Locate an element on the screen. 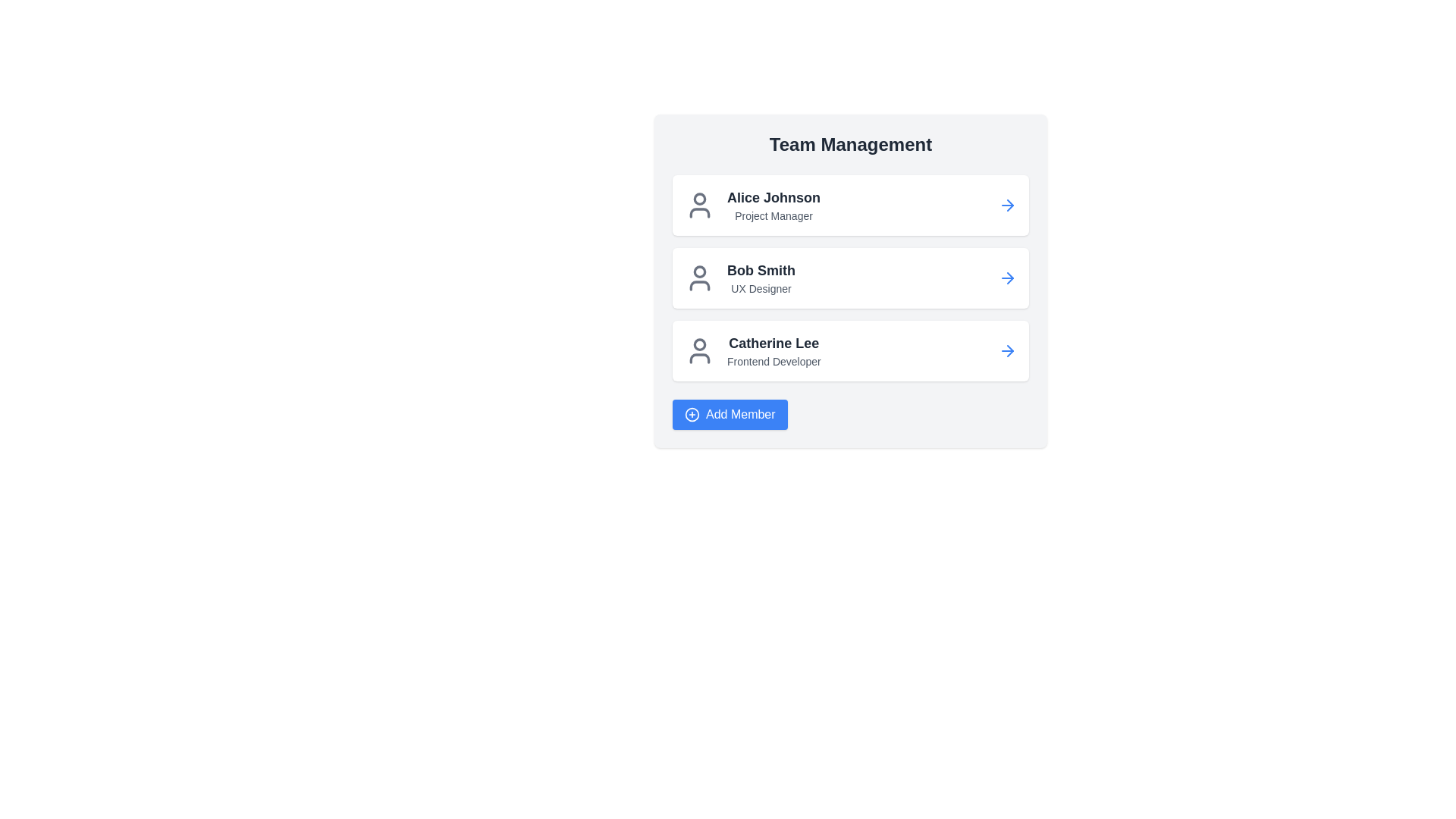 The image size is (1456, 819). the List item card for 'Alice Johnson' is located at coordinates (851, 205).